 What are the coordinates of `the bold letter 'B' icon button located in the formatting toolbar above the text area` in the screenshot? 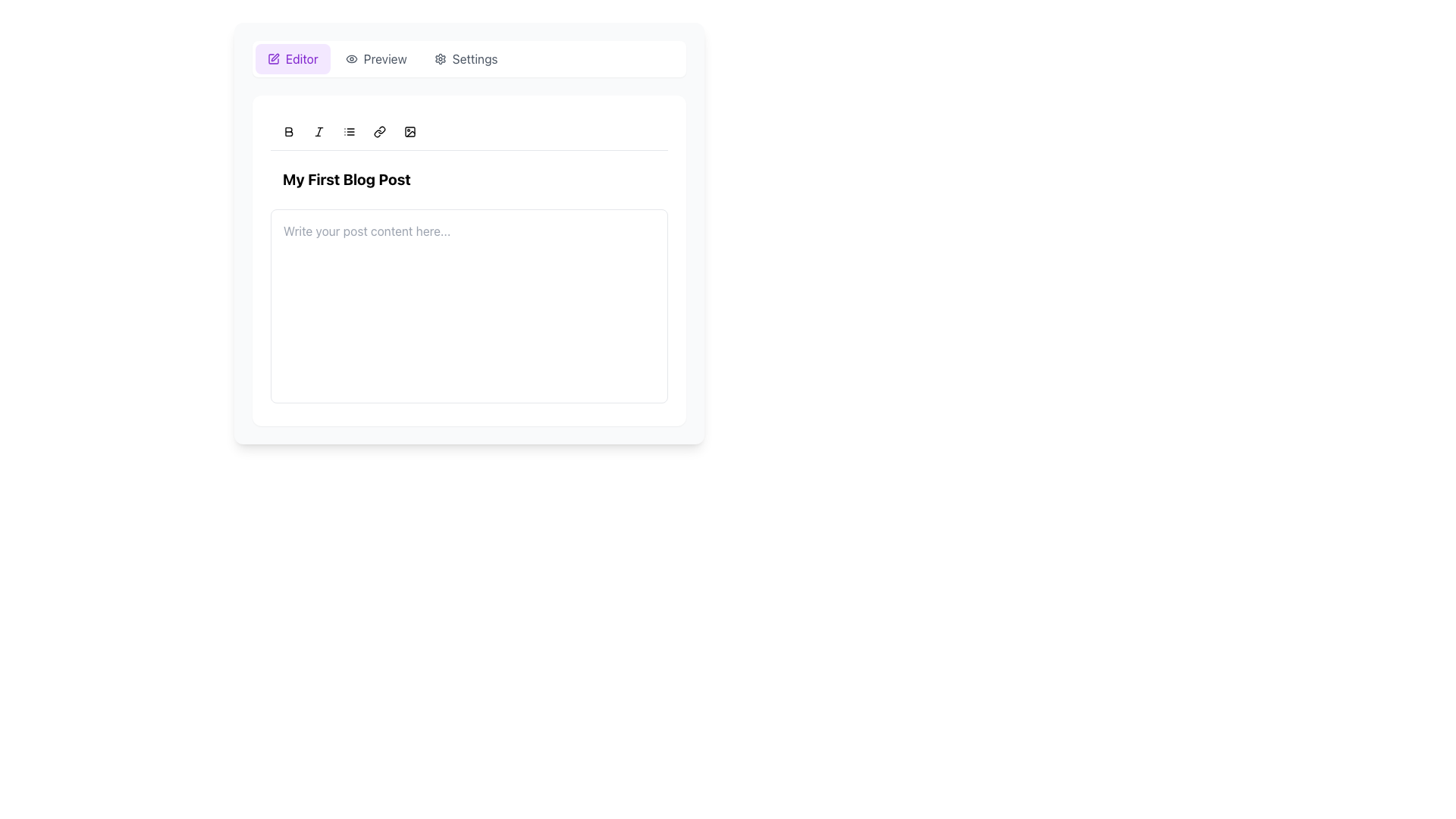 It's located at (289, 130).